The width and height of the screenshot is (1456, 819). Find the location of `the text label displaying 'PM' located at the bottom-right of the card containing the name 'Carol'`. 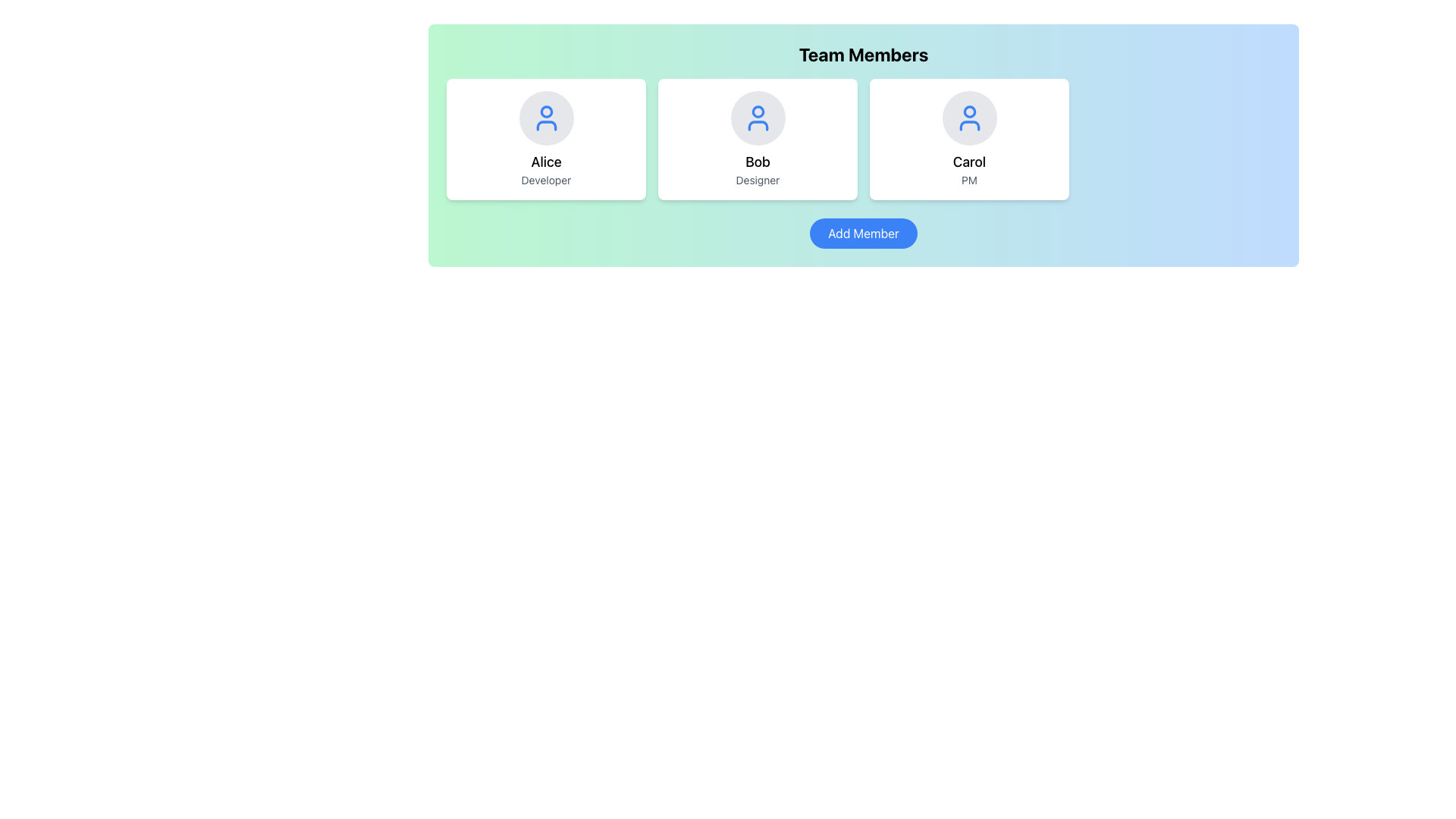

the text label displaying 'PM' located at the bottom-right of the card containing the name 'Carol' is located at coordinates (968, 180).